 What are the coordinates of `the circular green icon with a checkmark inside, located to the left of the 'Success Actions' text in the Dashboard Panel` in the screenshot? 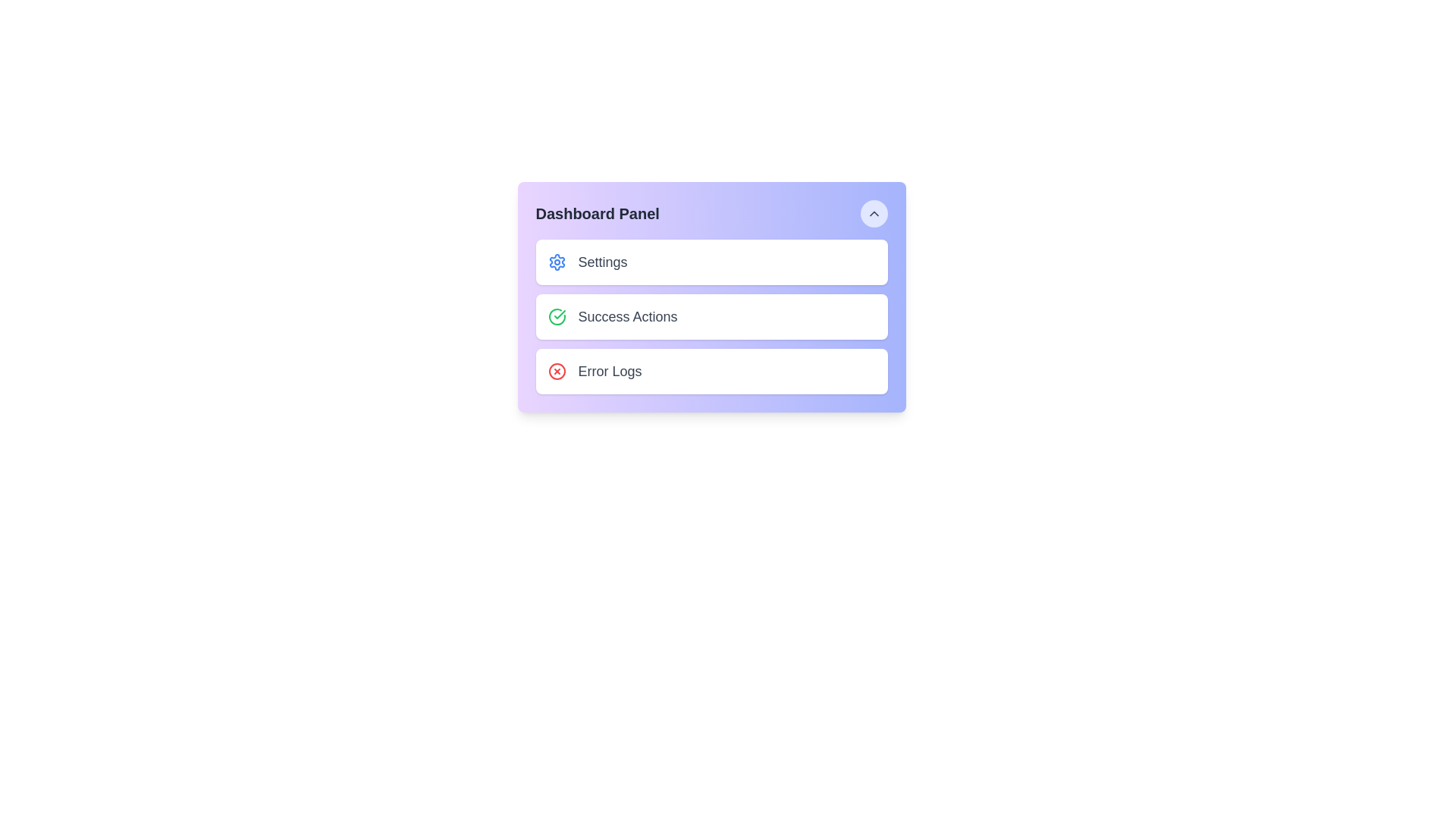 It's located at (556, 315).